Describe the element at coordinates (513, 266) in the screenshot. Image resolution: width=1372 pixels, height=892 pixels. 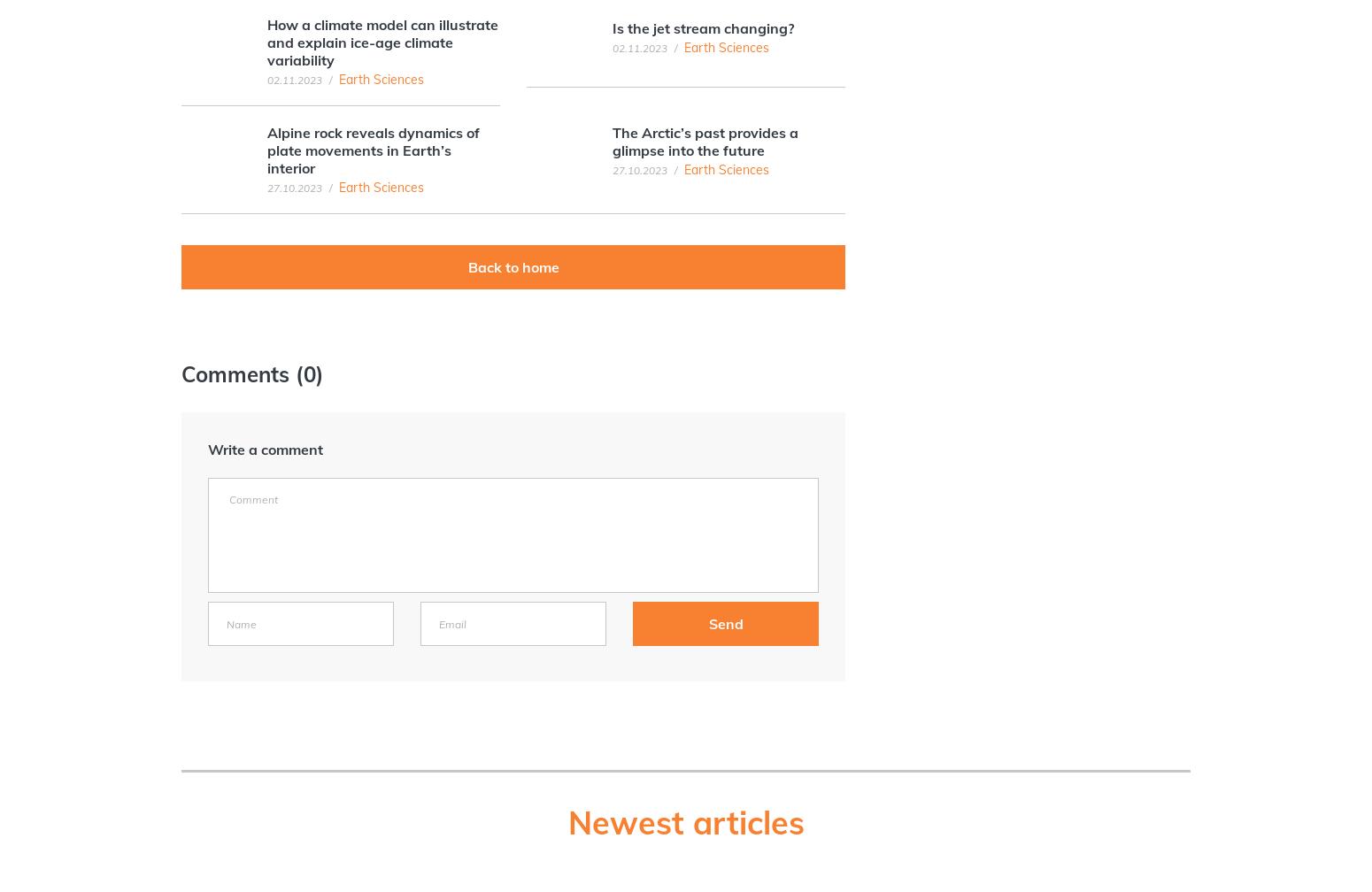
I see `'Back to home'` at that location.